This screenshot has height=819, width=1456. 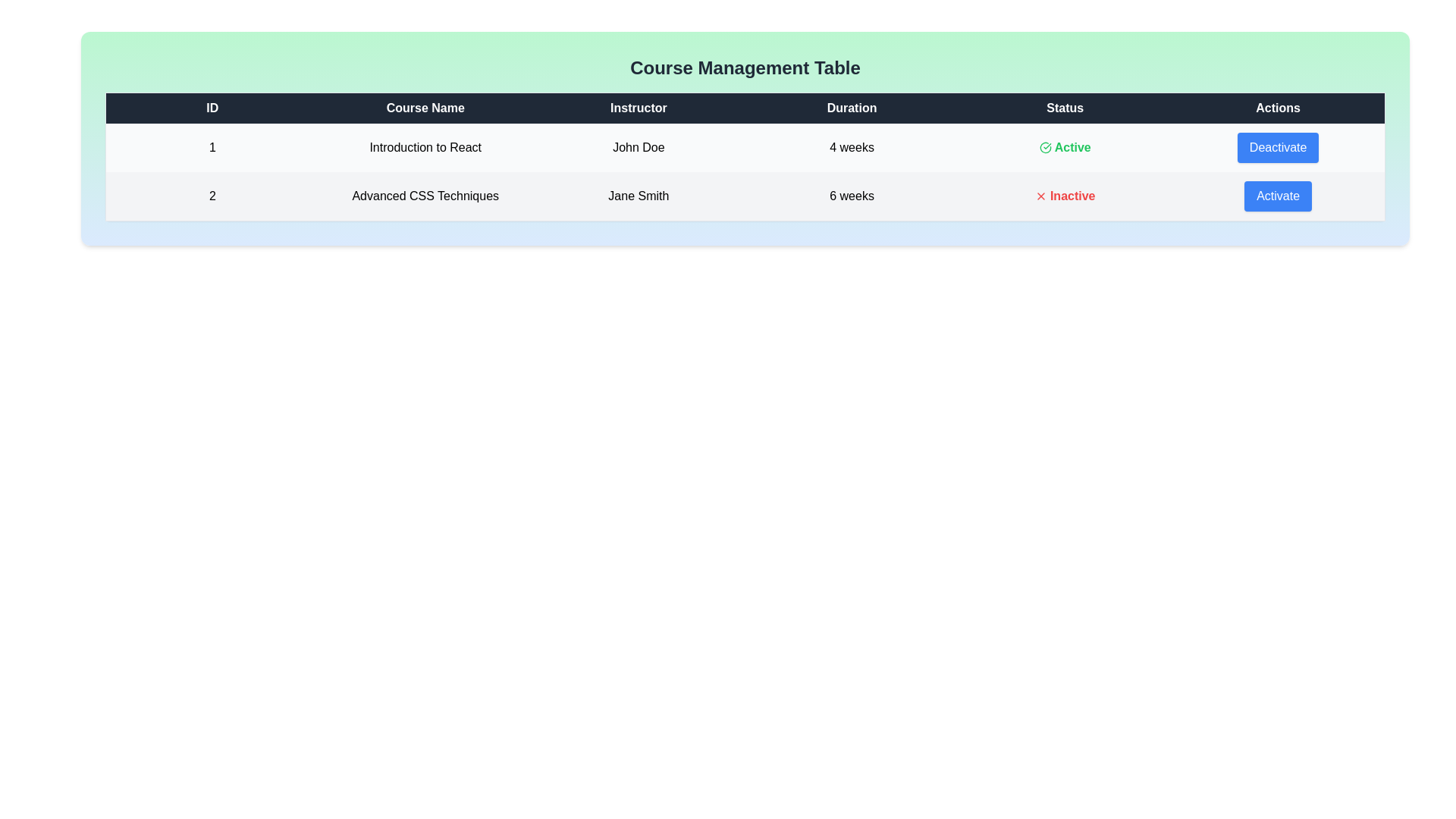 I want to click on the small red 'X' icon, which is positioned to the left of the 'Inactive' text in the 'Status' column of the second row corresponding to the course 'Advanced CSS Techniques', so click(x=1040, y=195).